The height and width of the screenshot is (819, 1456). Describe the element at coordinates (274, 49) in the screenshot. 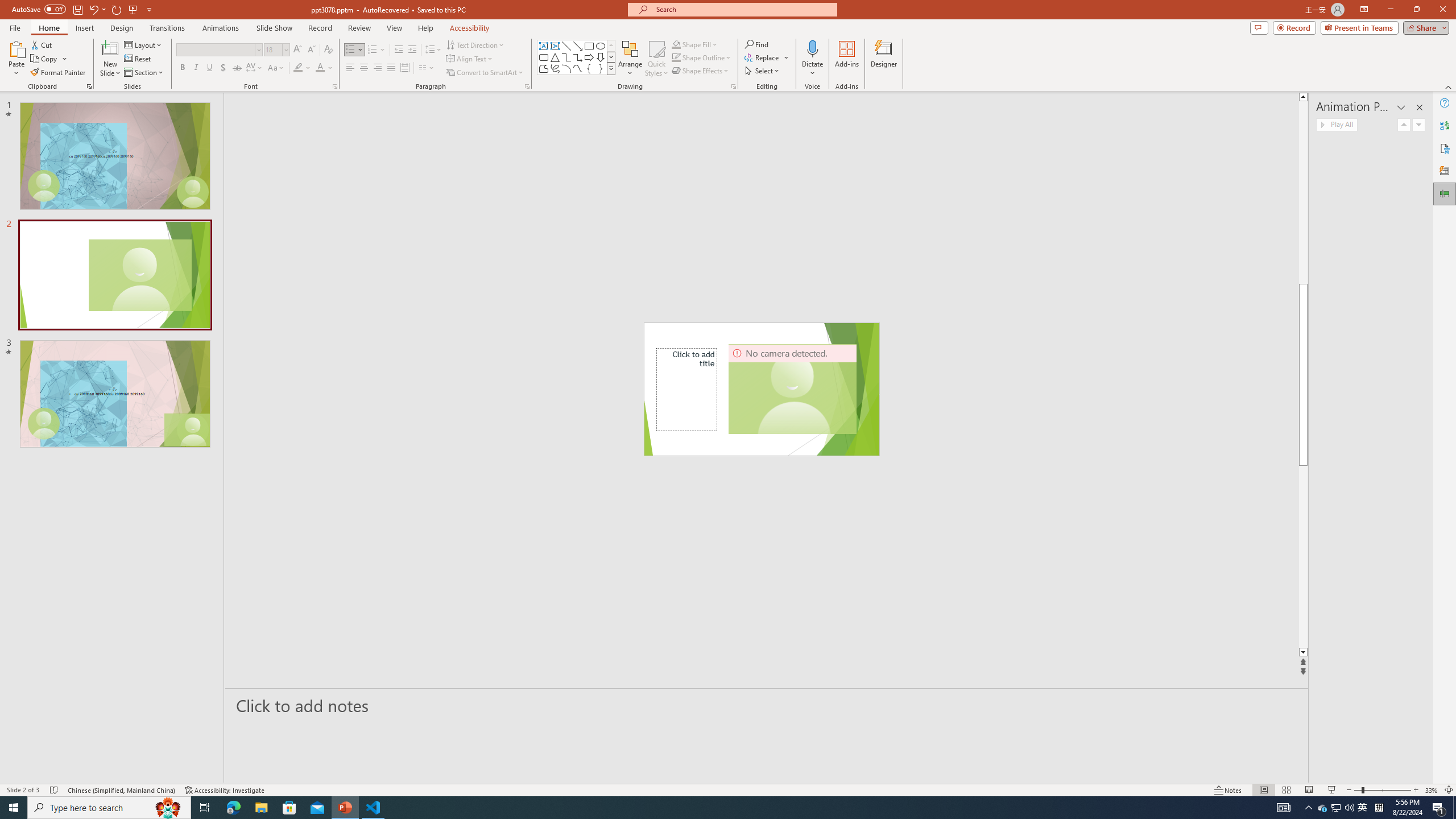

I see `'Font Size'` at that location.